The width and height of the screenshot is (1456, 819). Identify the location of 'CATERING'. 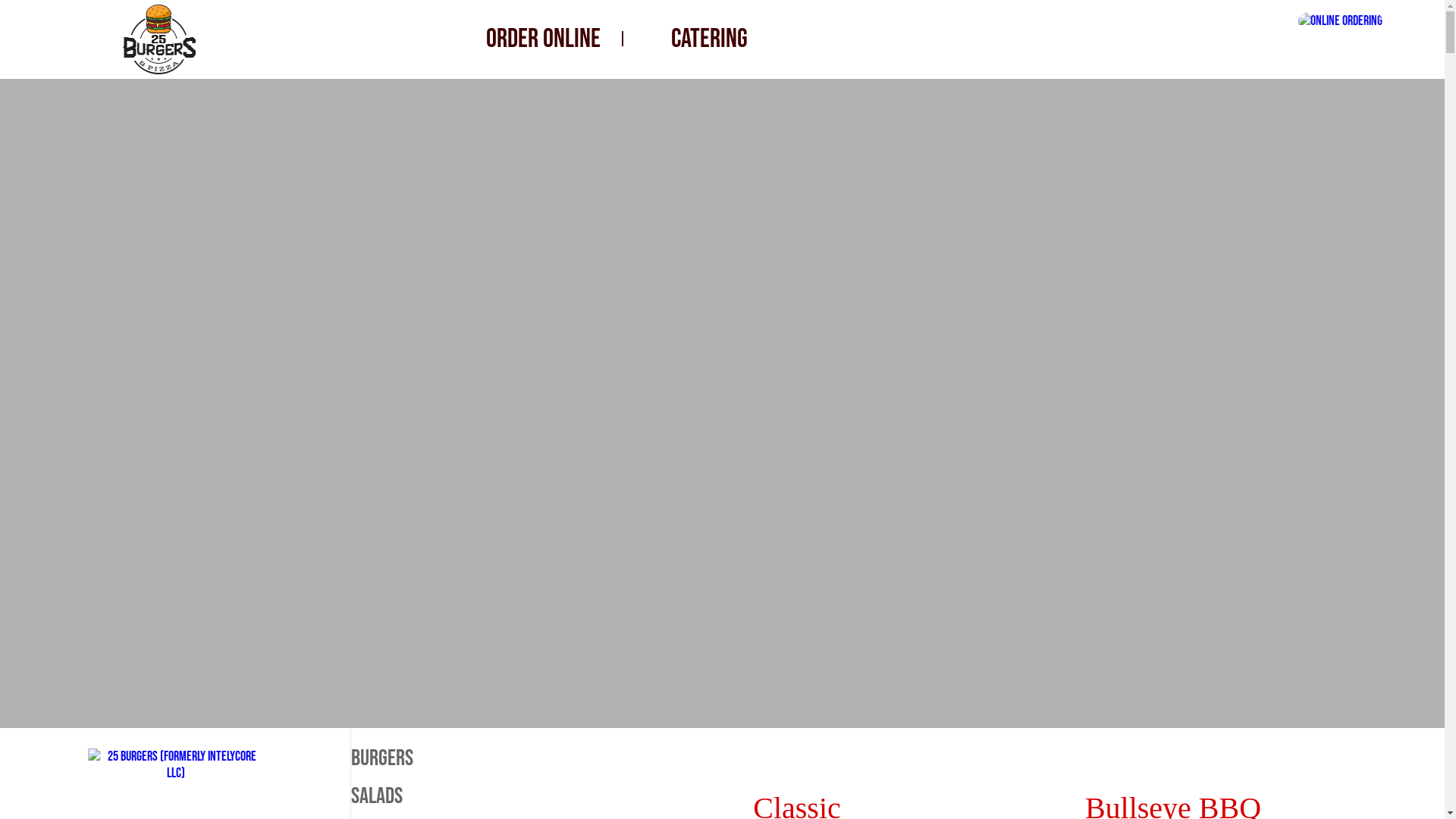
(708, 38).